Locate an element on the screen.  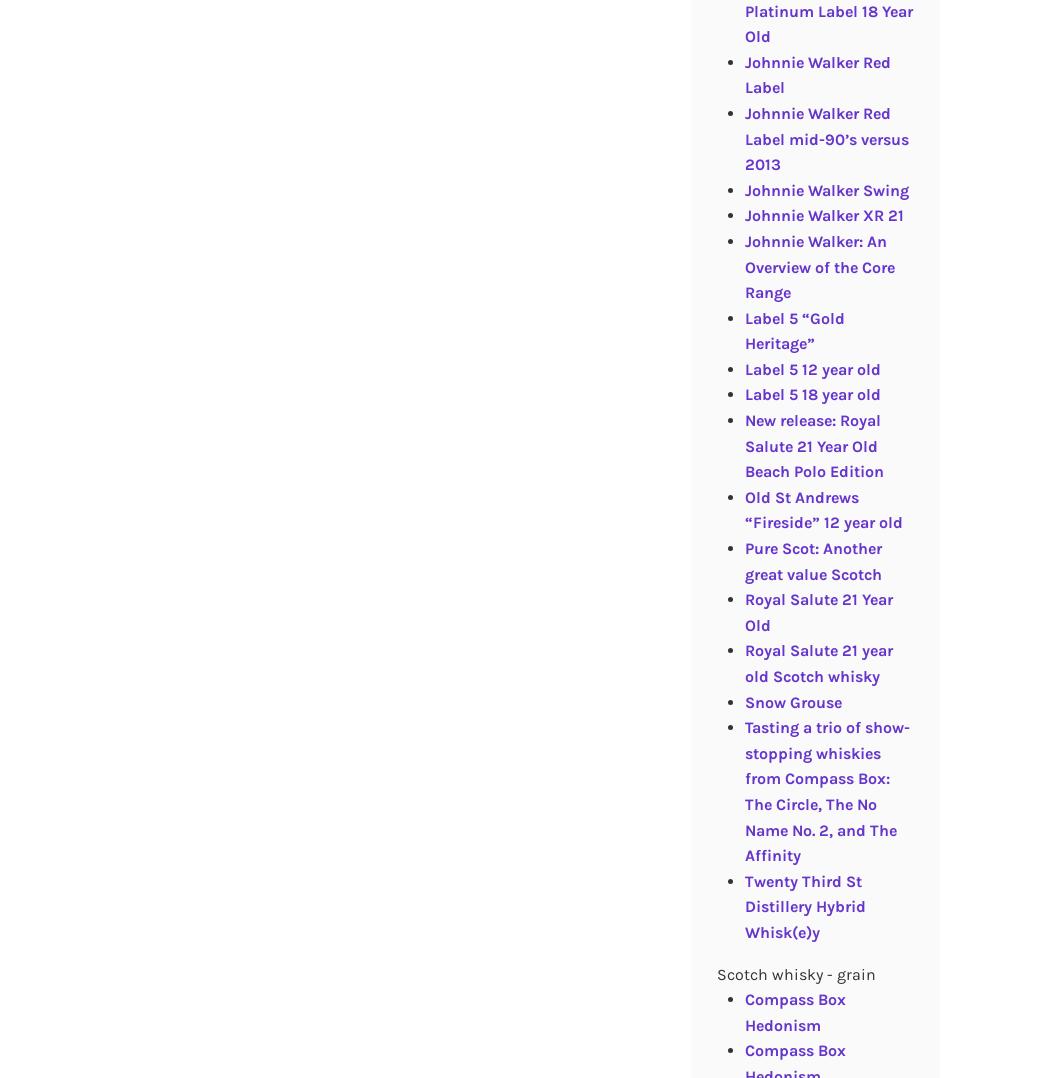
'Label 5 12 year old' is located at coordinates (810, 368).